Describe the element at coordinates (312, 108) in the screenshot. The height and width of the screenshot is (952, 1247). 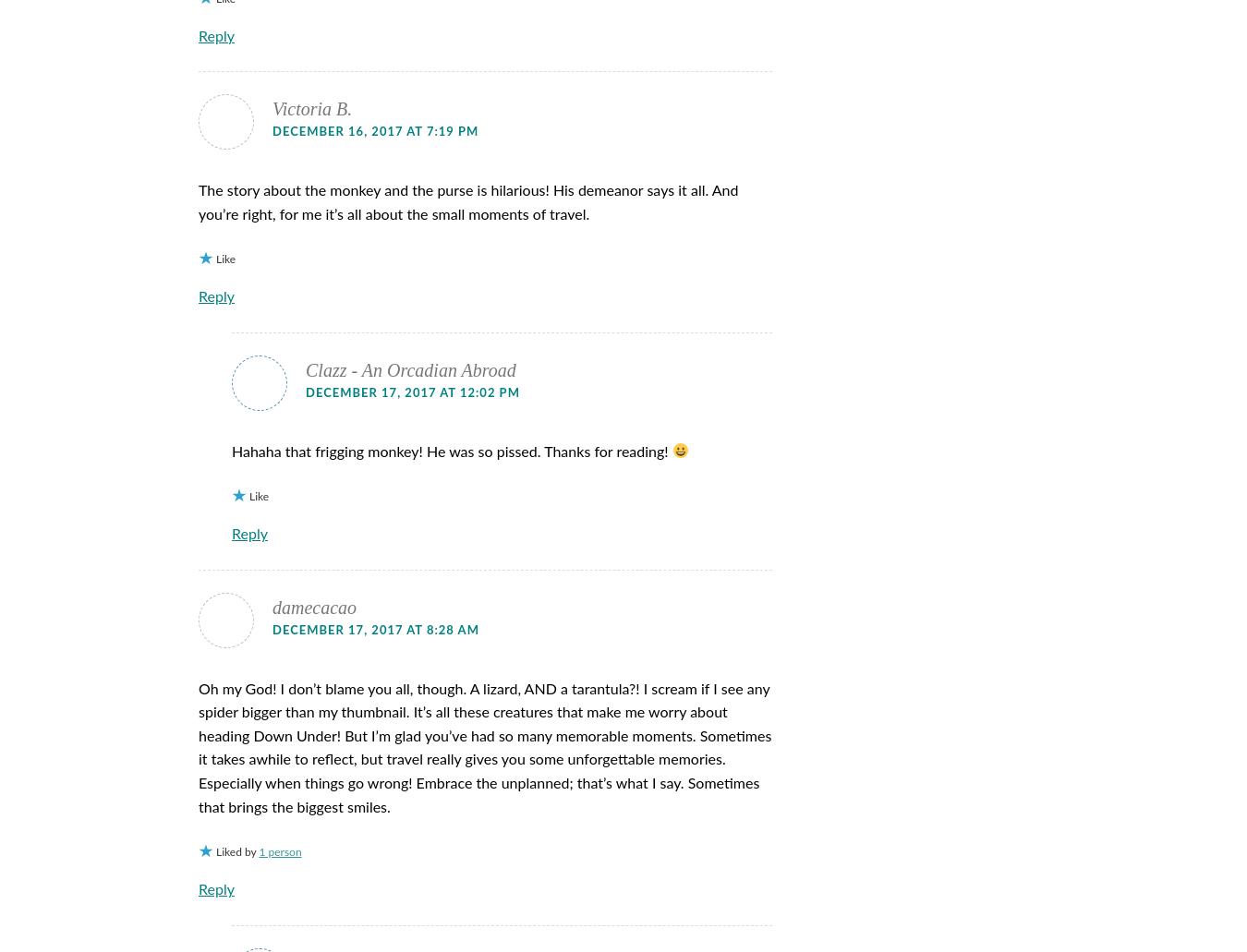
I see `'Victoria B.'` at that location.